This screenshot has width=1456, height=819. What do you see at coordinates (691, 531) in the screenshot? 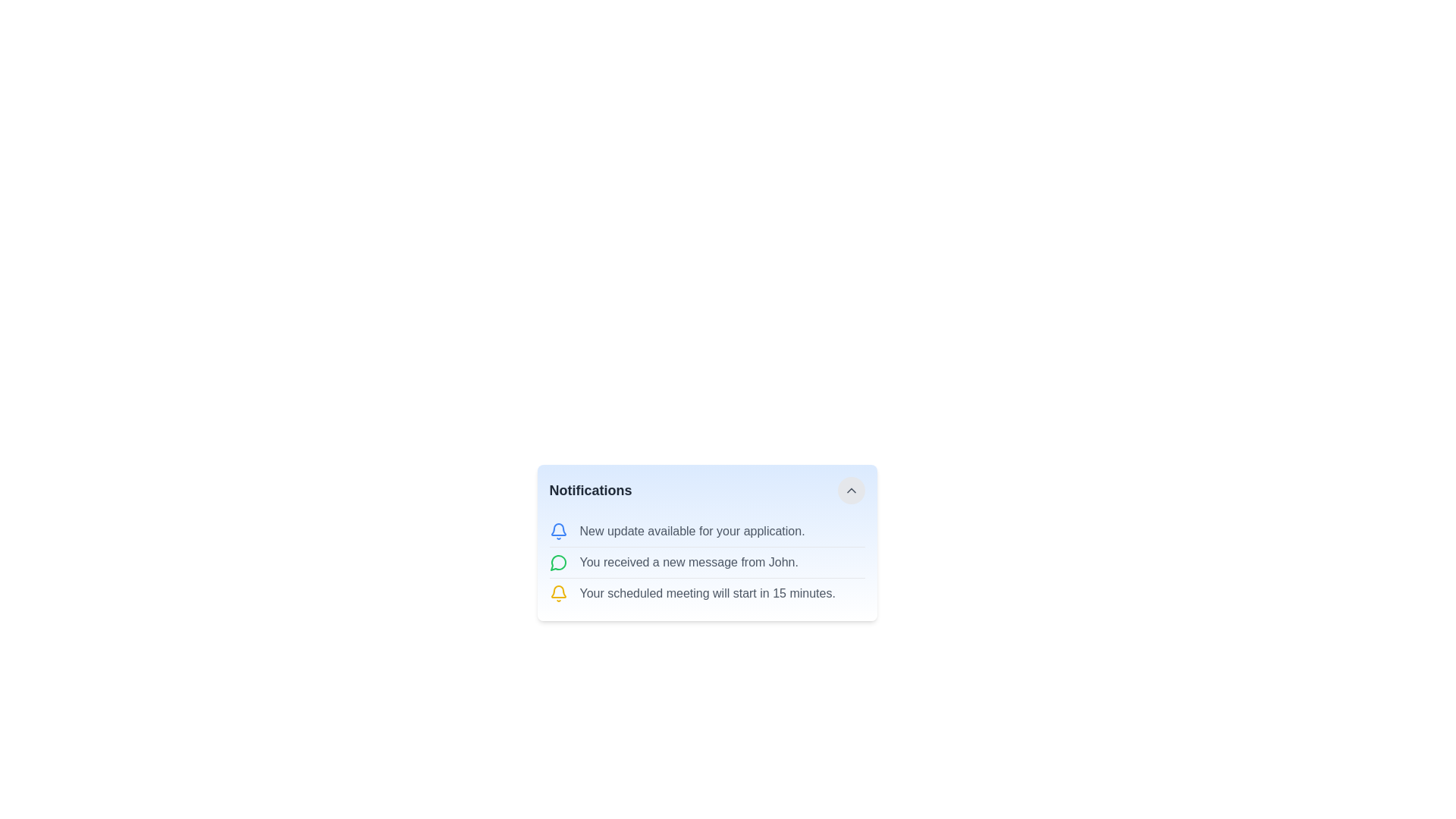
I see `the static text element that informs the user about the availability of a new update for the application, located adjacent to a blue bell icon on the left` at bounding box center [691, 531].